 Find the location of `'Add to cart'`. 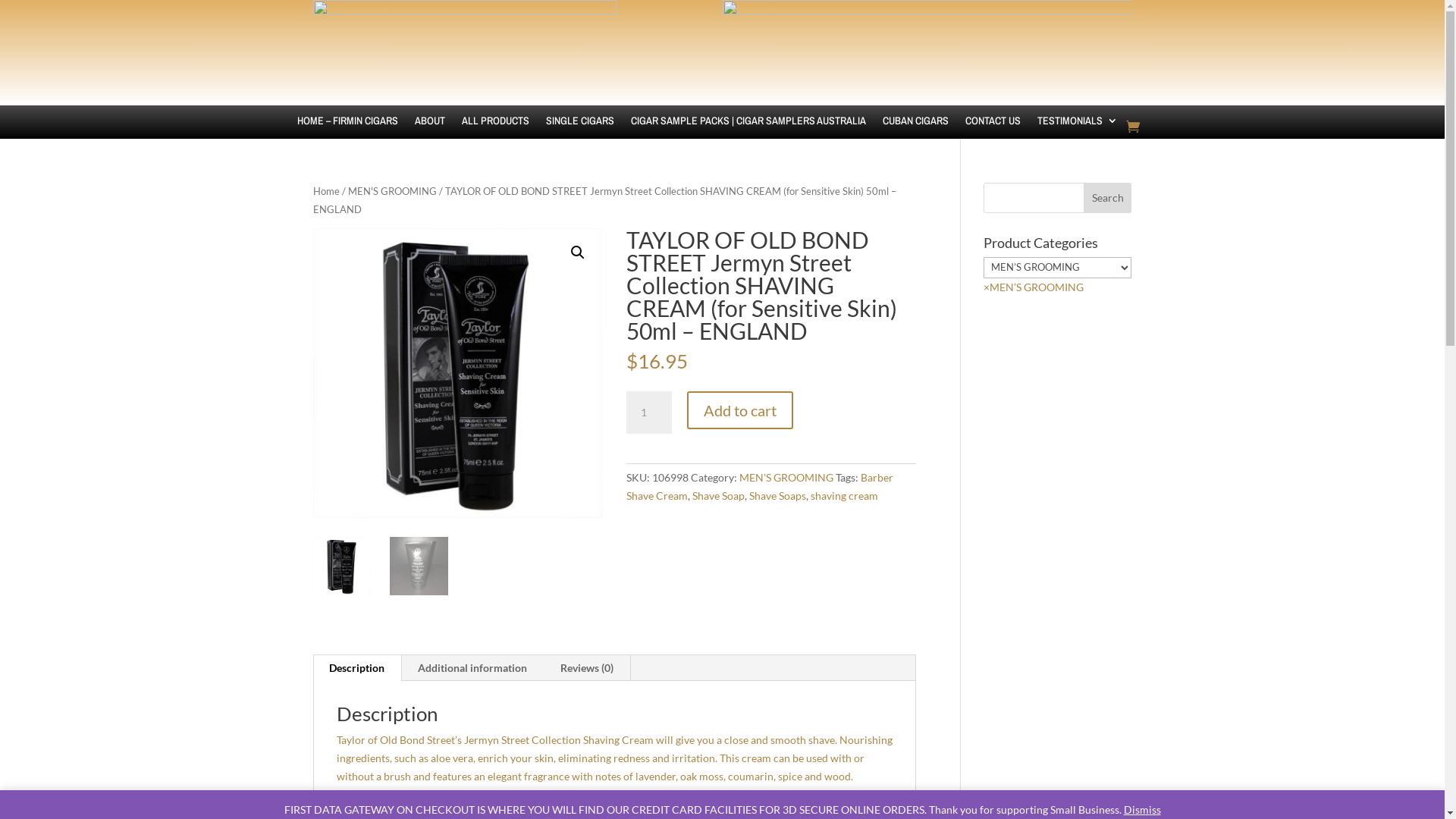

'Add to cart' is located at coordinates (739, 409).